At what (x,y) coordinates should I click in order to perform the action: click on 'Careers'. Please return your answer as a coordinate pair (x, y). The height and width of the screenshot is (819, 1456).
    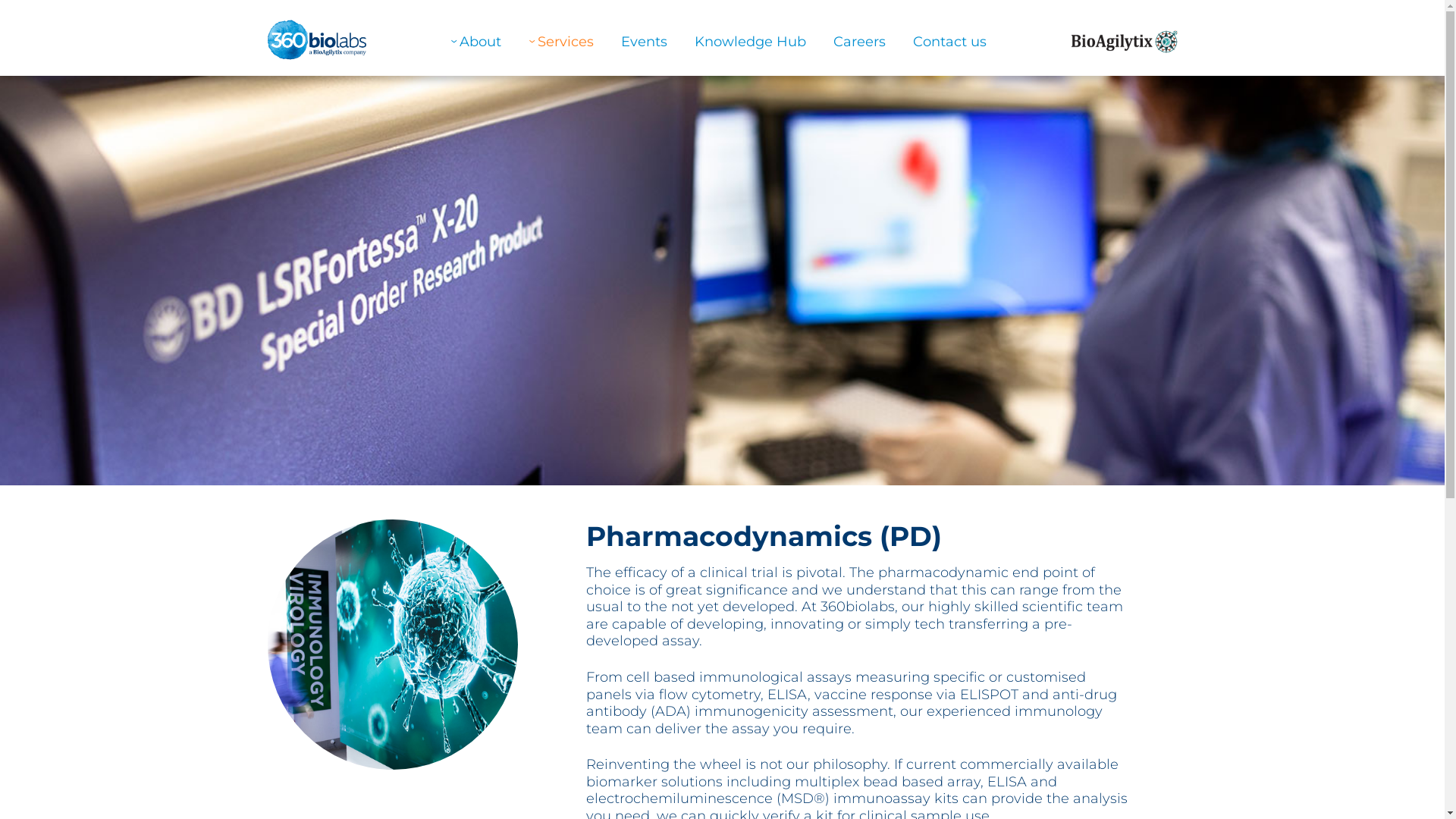
    Looking at the image, I should click on (859, 40).